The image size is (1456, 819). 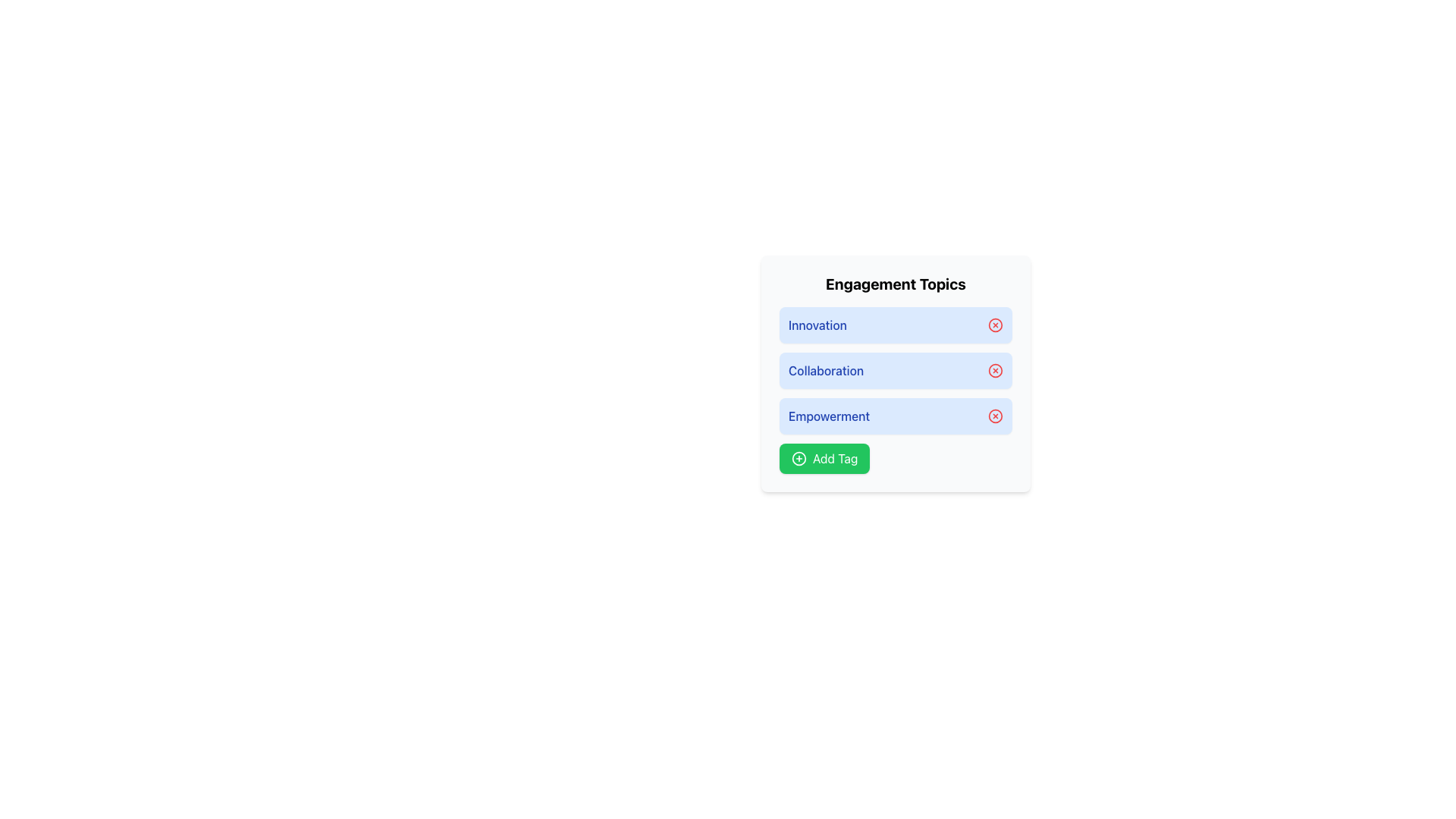 I want to click on the text label saying 'Collaboration', which is displayed in a bold, medium-weight font with a deep blue color, positioned between the items labeled 'Innovation' and 'Empowerment', so click(x=825, y=371).